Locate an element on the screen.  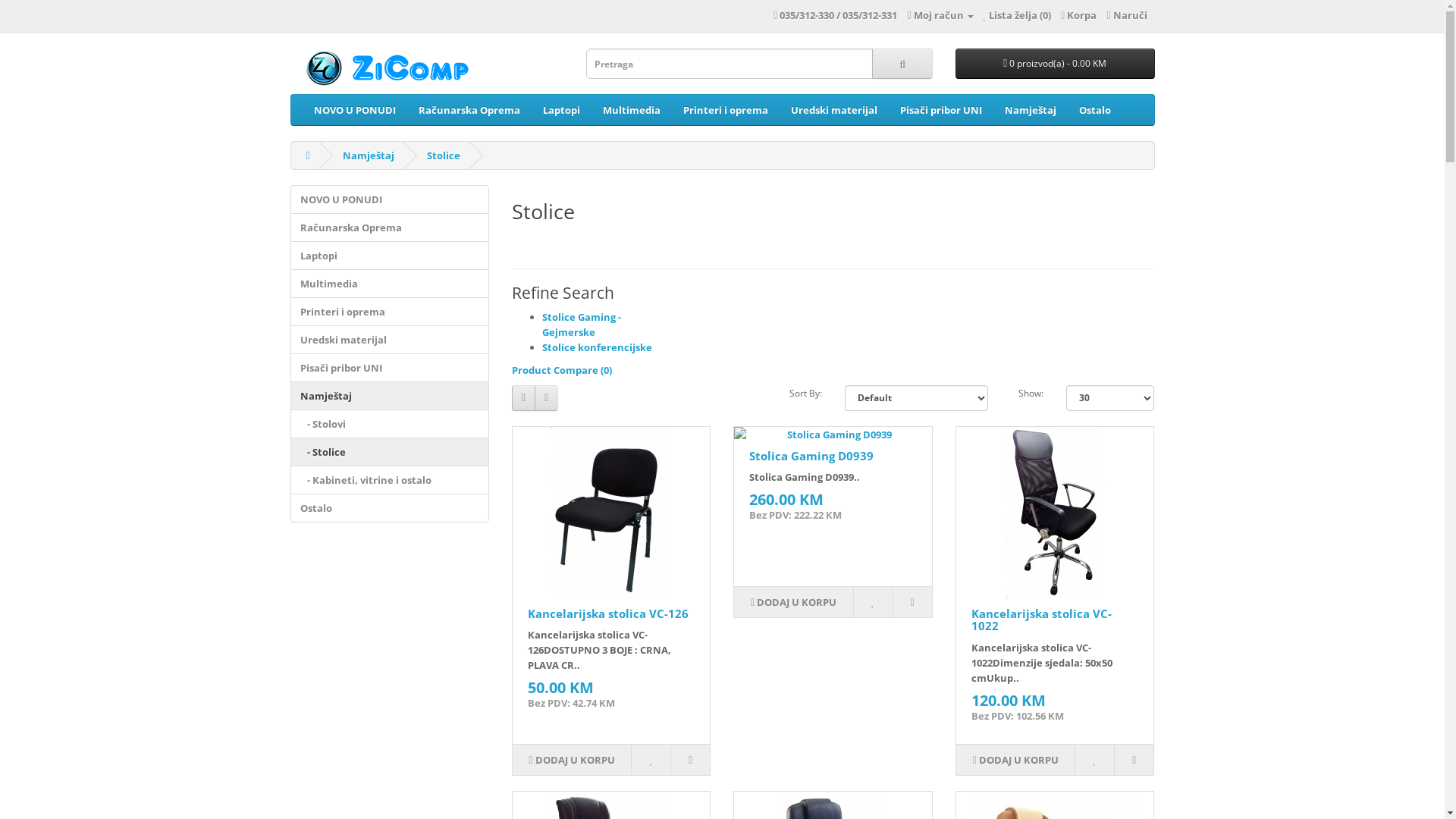
'Korpa' is located at coordinates (1059, 14).